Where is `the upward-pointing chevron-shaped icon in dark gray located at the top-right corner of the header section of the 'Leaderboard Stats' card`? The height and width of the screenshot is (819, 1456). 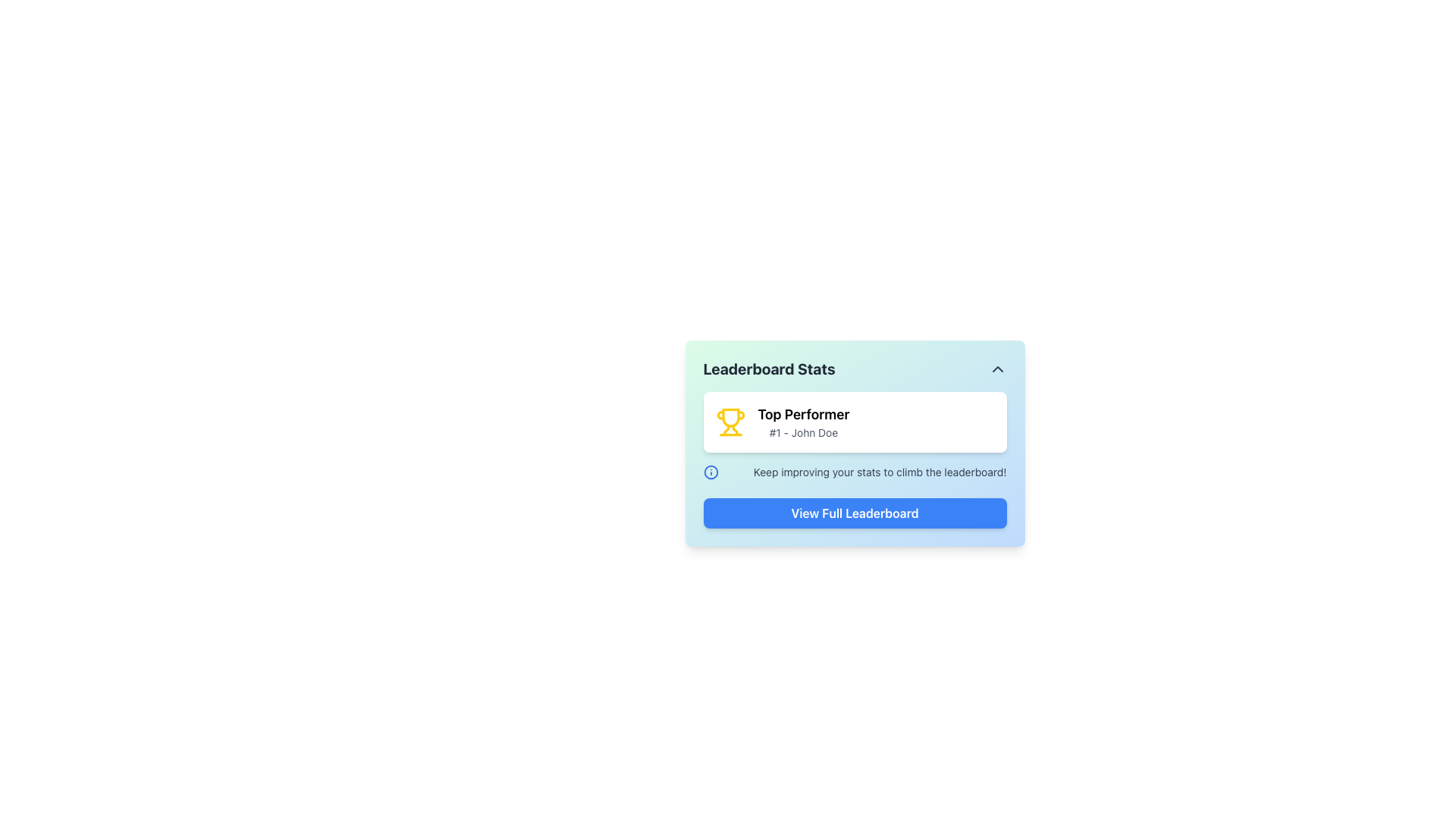 the upward-pointing chevron-shaped icon in dark gray located at the top-right corner of the header section of the 'Leaderboard Stats' card is located at coordinates (997, 369).